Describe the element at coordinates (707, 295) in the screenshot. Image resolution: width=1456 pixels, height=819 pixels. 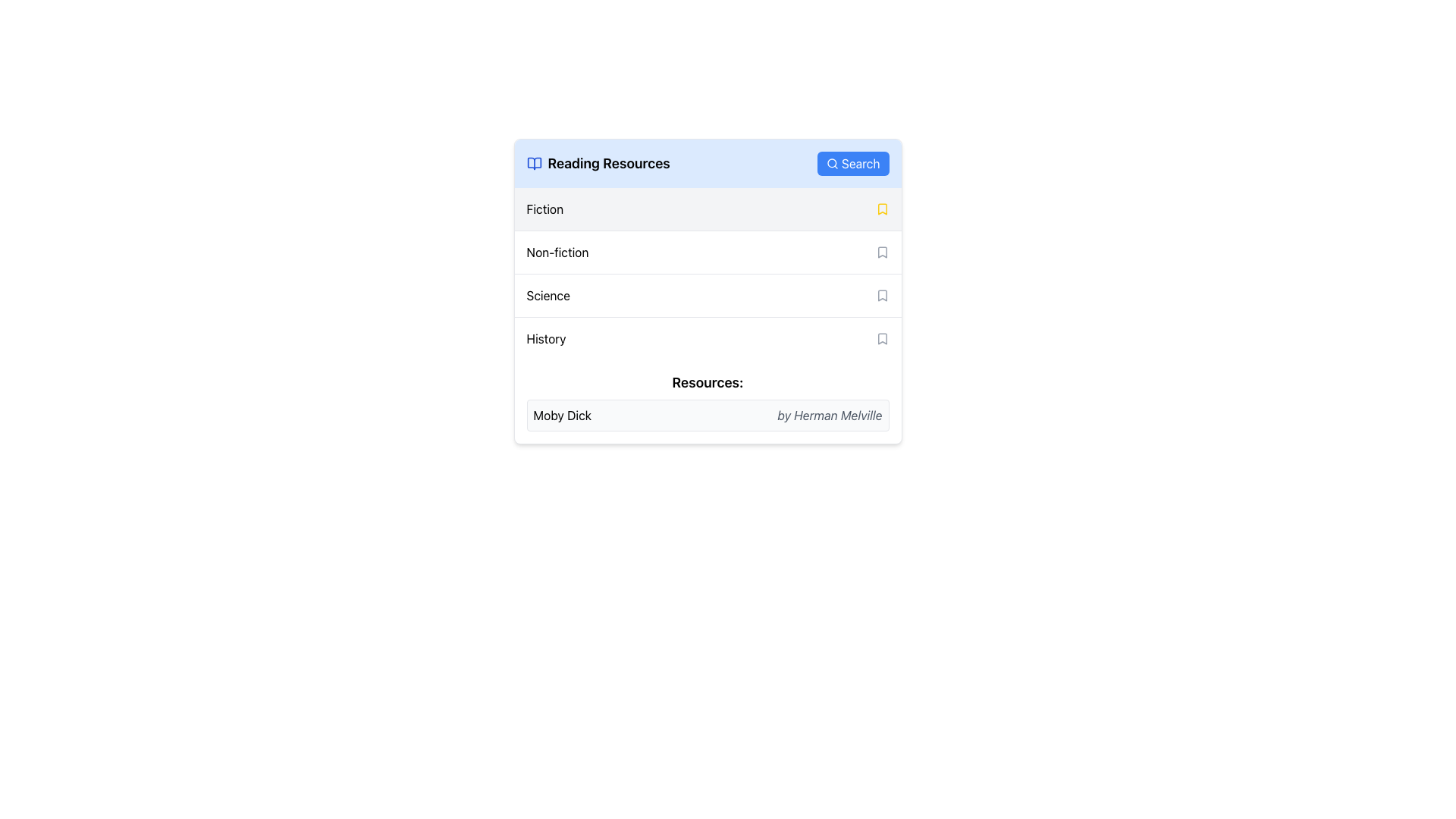
I see `the selectable list item titled 'Science' in the third row under 'Reading Resources'` at that location.